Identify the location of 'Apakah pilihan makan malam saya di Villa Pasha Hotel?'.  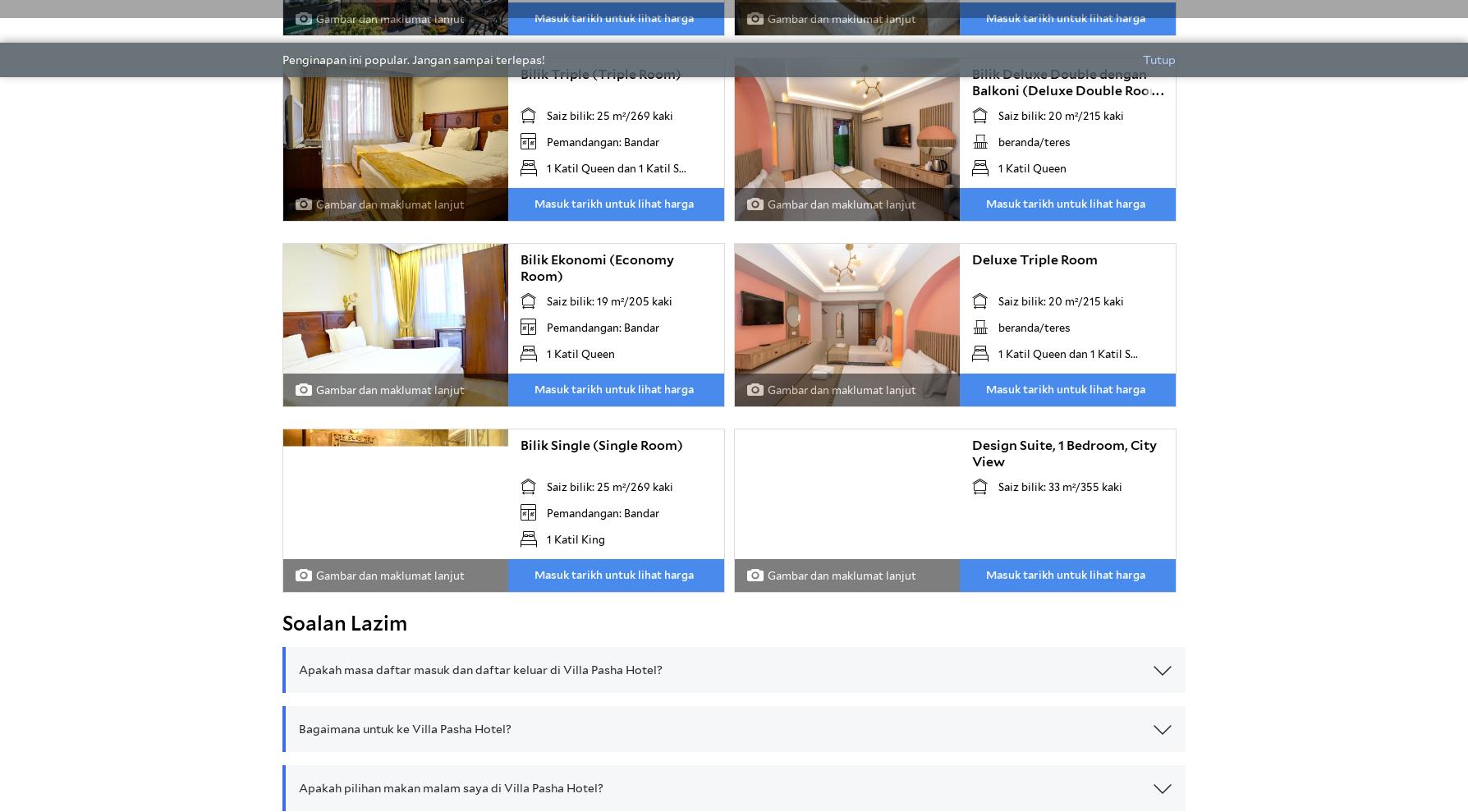
(451, 788).